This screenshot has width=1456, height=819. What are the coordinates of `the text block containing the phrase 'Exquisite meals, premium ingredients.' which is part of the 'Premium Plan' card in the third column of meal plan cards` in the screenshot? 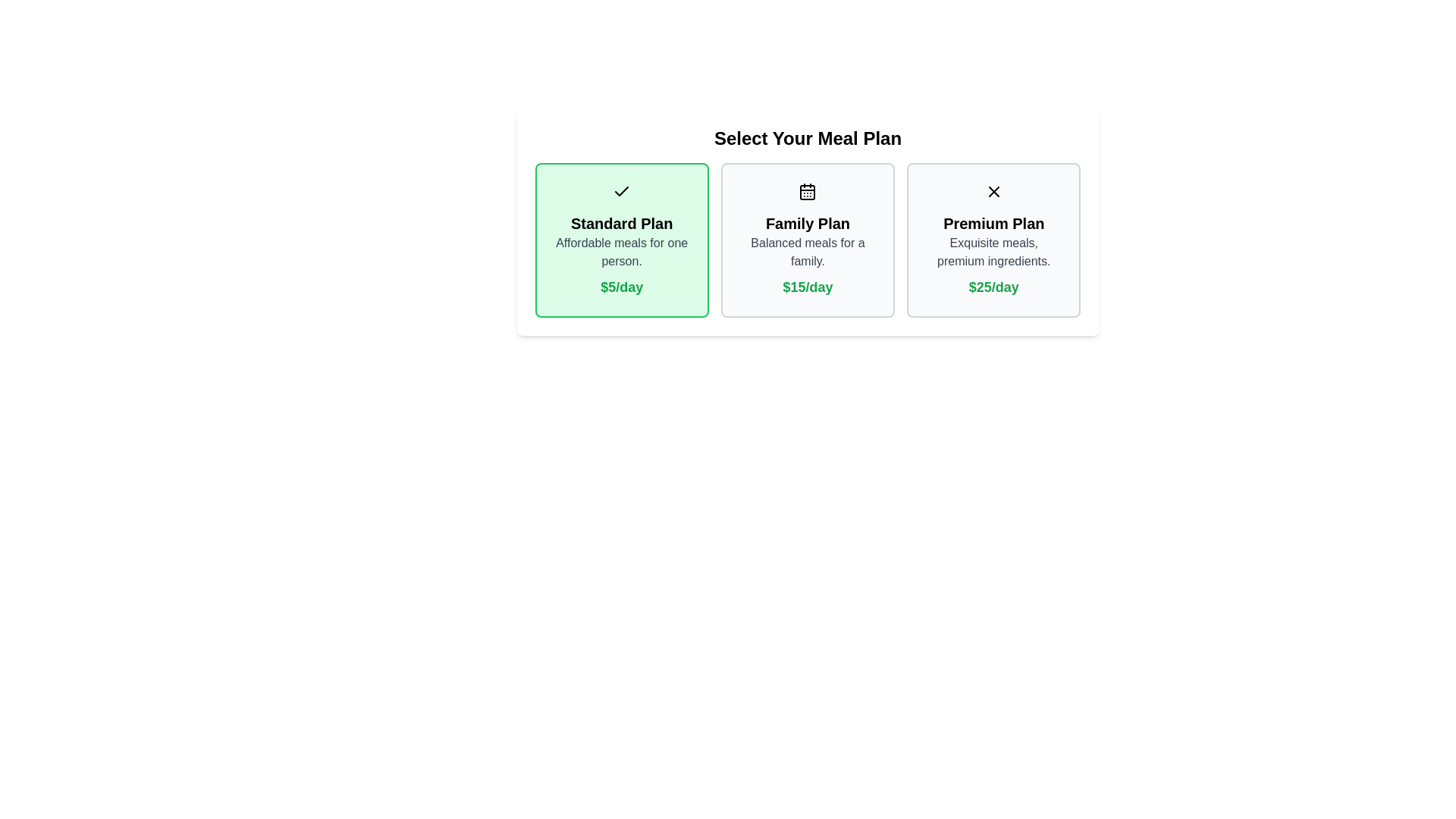 It's located at (993, 251).